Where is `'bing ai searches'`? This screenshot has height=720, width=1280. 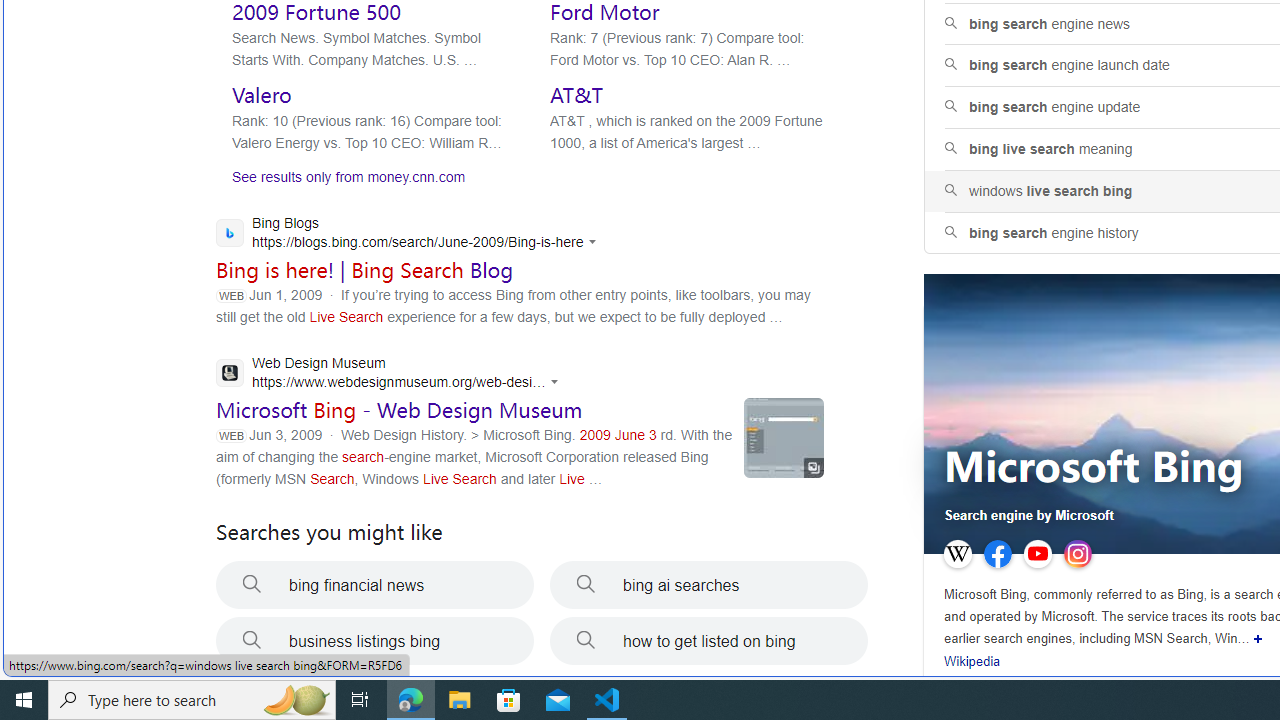 'bing ai searches' is located at coordinates (709, 585).